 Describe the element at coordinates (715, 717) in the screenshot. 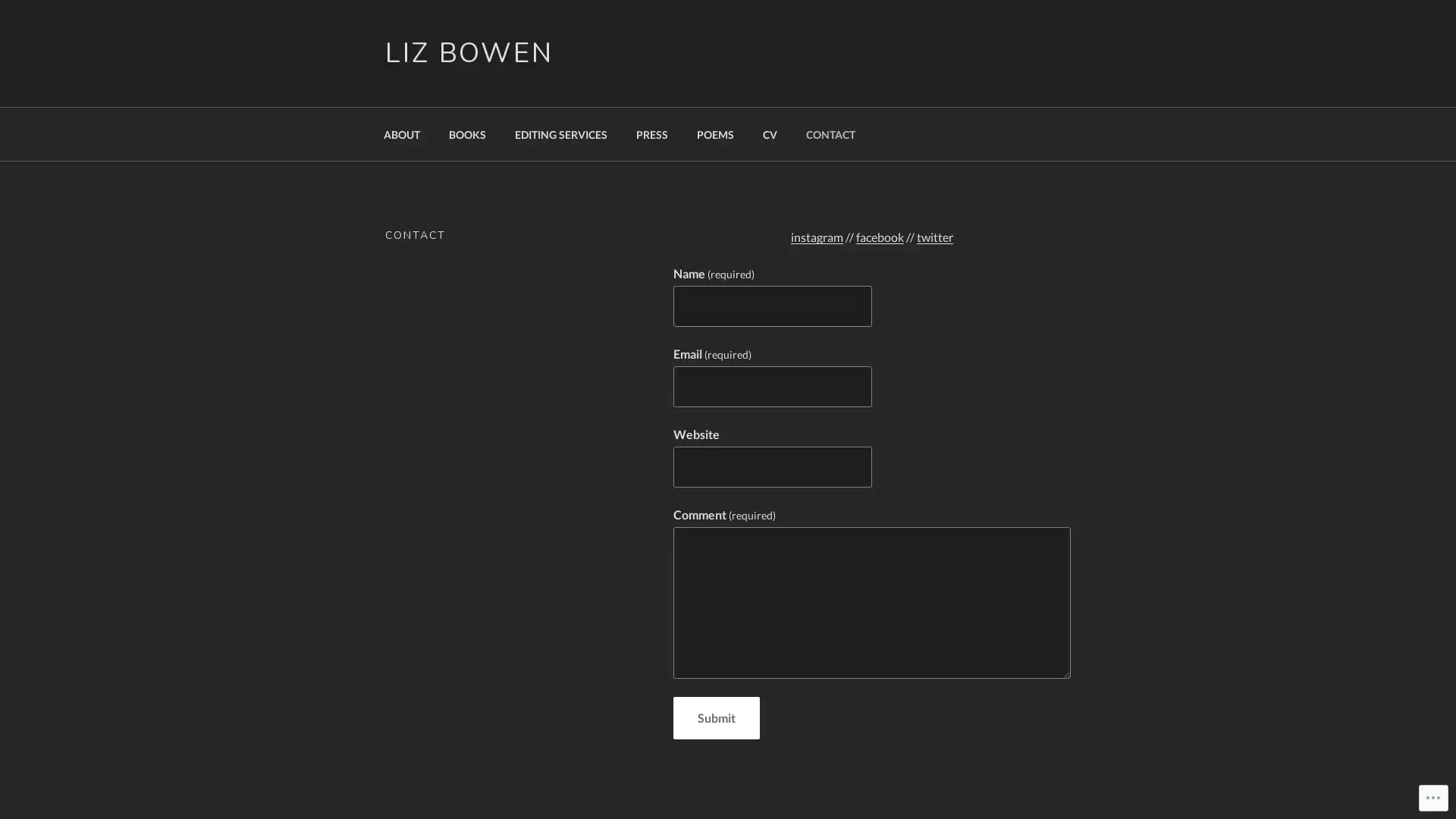

I see `Submit` at that location.